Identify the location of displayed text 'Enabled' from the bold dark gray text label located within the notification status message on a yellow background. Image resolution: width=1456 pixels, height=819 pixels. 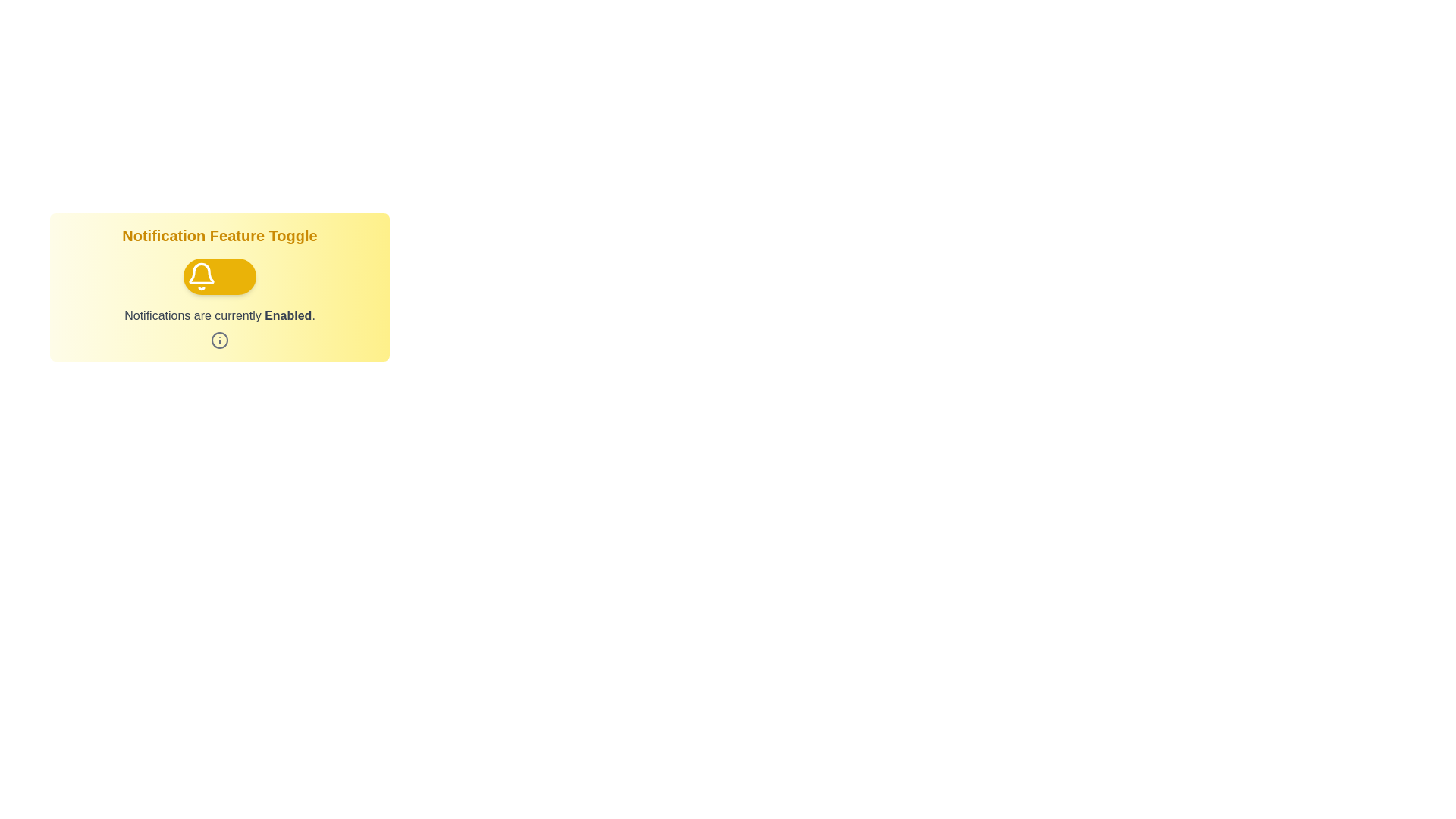
(288, 315).